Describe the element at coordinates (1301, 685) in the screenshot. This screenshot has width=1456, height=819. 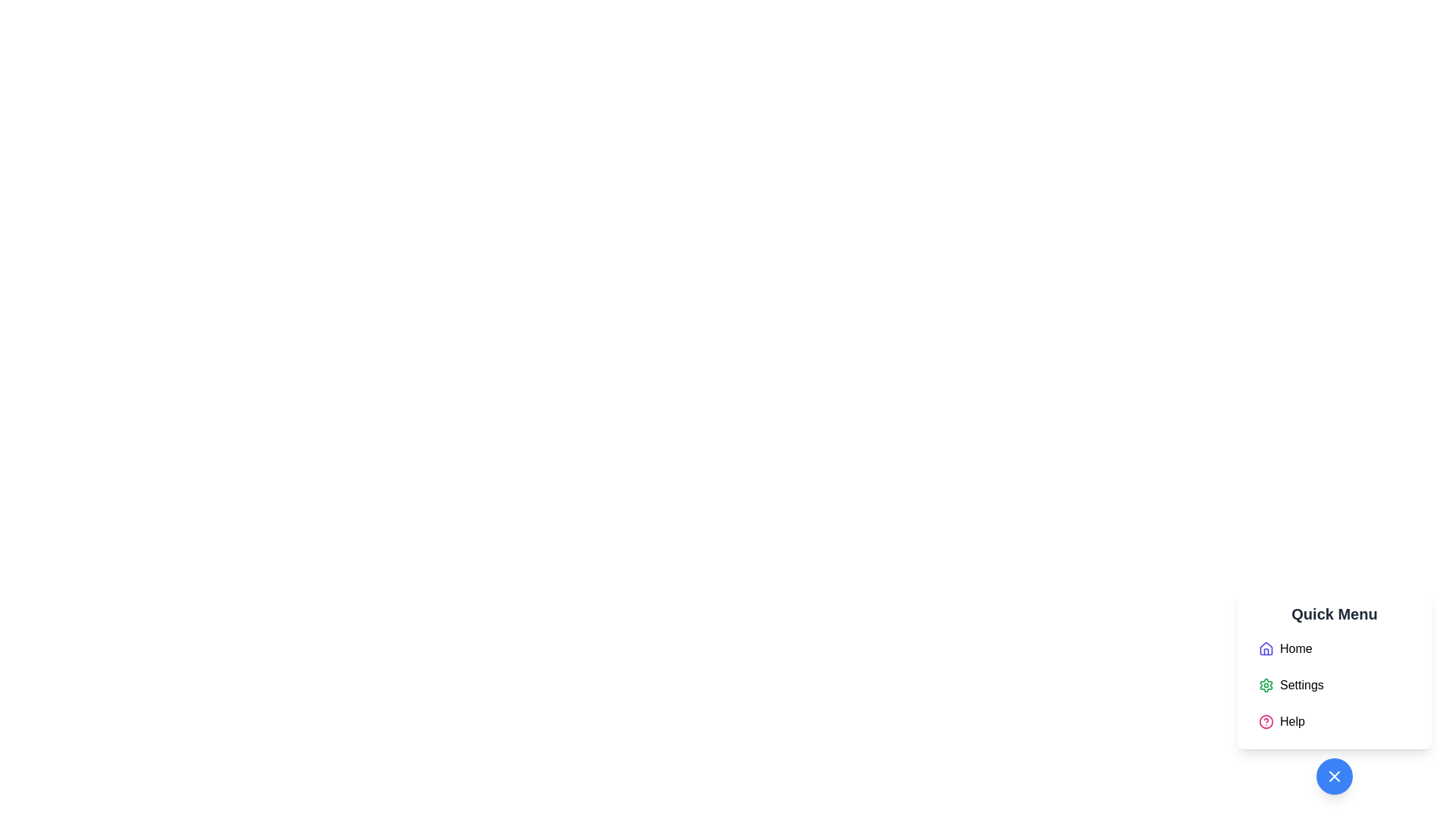
I see `the 'Settings' text label in the quick menu panel` at that location.